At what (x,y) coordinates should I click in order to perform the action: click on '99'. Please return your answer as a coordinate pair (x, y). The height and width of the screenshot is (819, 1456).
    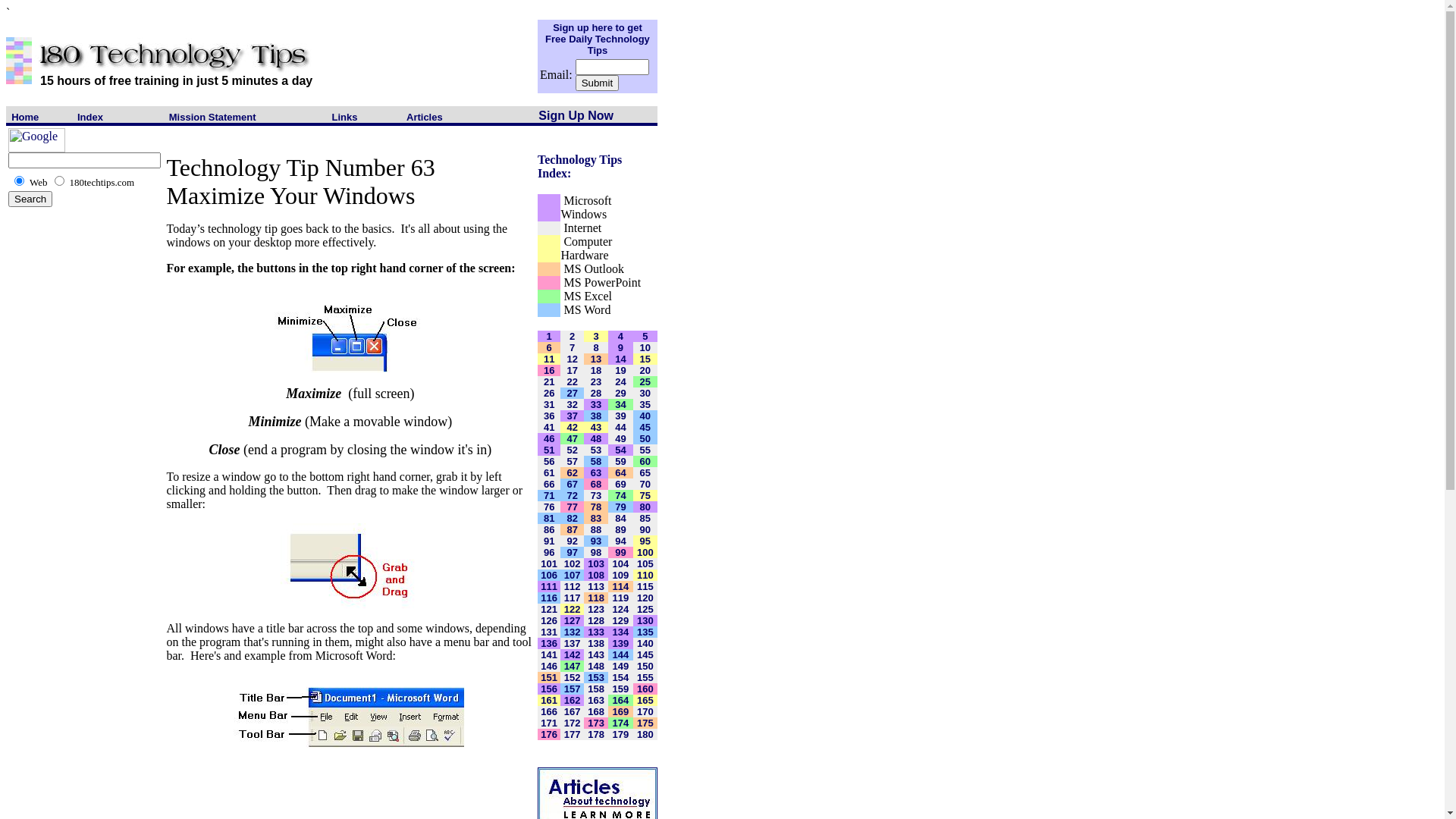
    Looking at the image, I should click on (620, 551).